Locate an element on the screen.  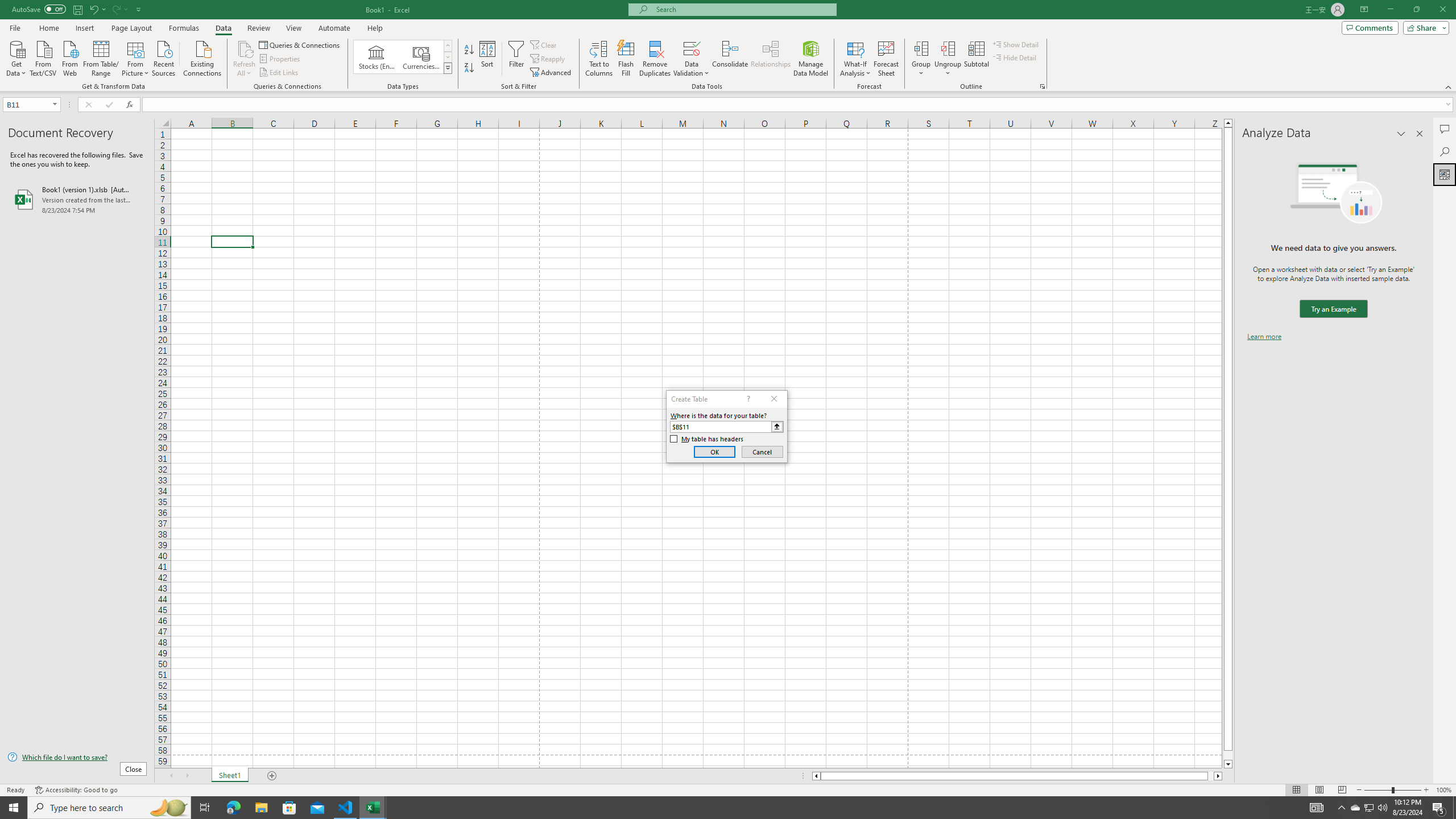
'Relationships' is located at coordinates (770, 59).